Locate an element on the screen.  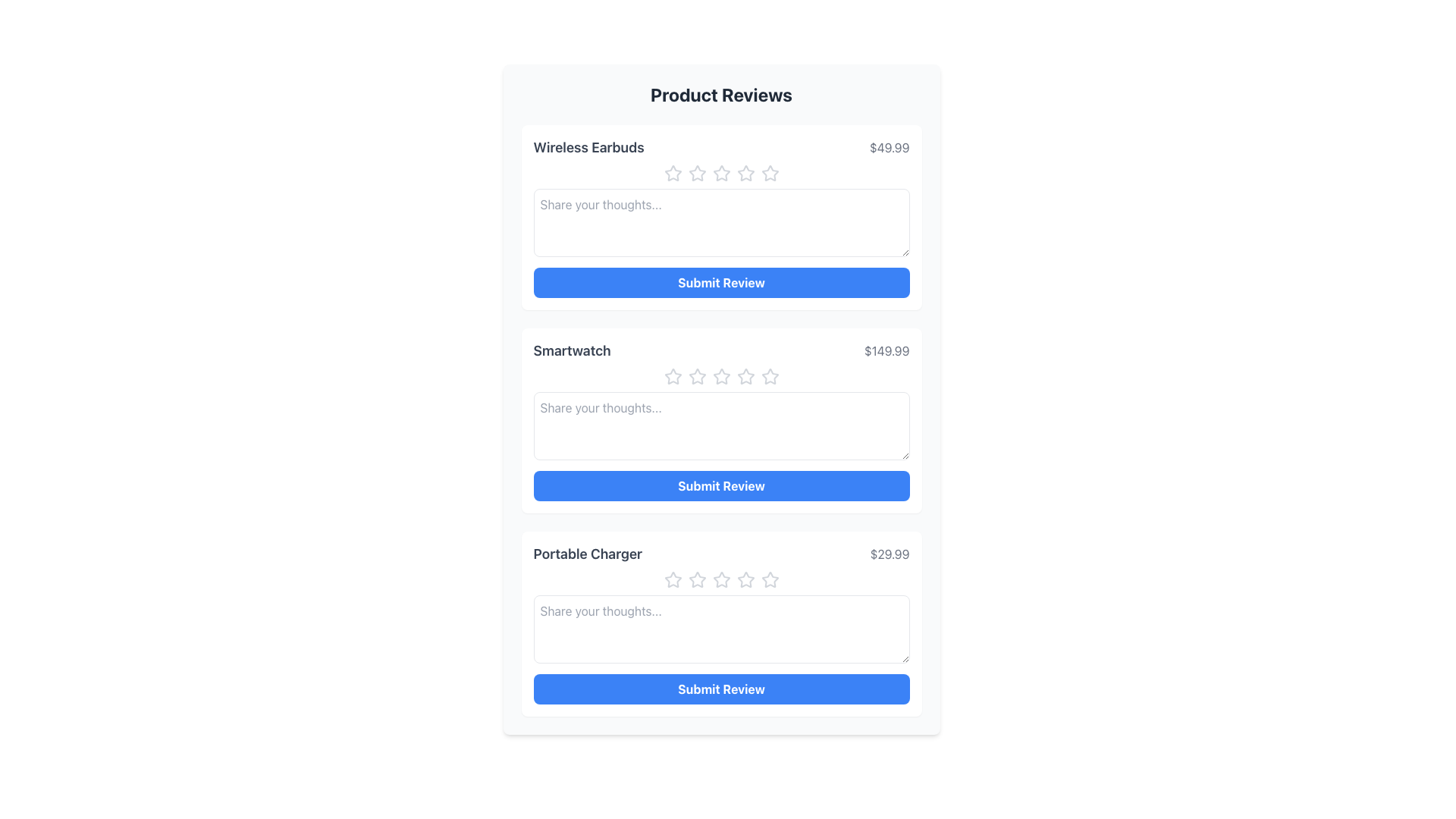
the first star icon in the 5-star rating system to rate the 'Wireless Earbuds' product as one star is located at coordinates (672, 172).